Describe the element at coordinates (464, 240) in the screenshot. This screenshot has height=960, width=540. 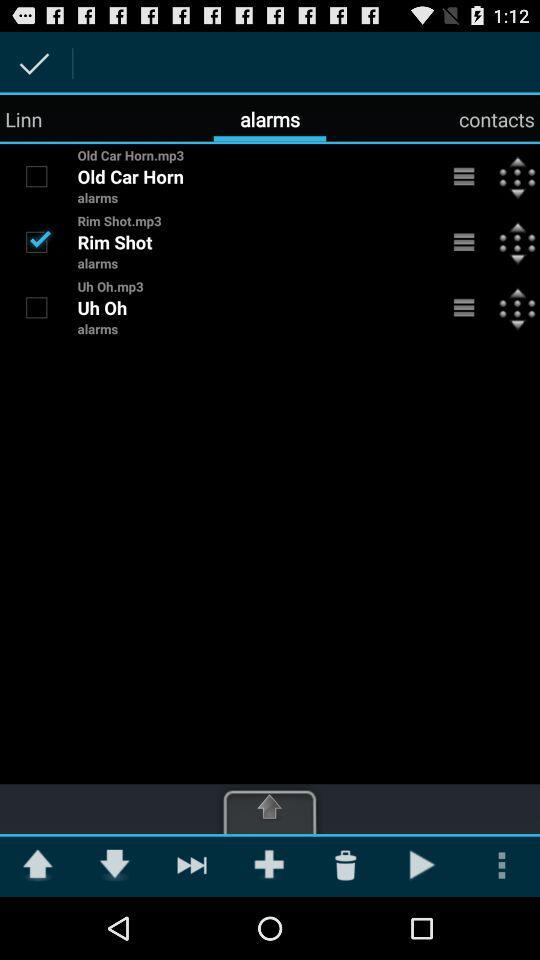
I see `alarm` at that location.